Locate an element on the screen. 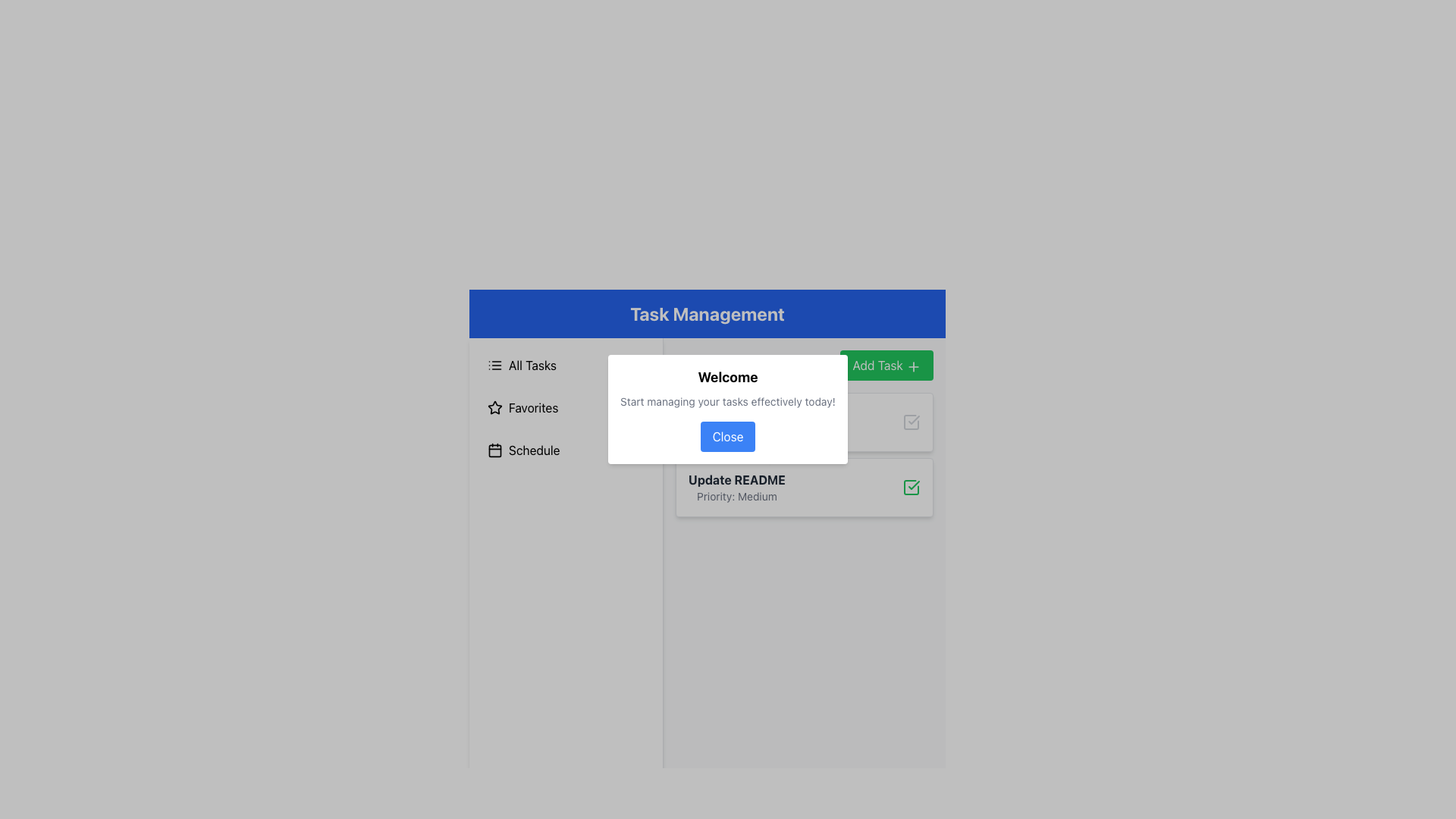 Image resolution: width=1456 pixels, height=819 pixels. the text label reading 'Priority: High', which is styled in small gray text and located below the bold text 'Develop Component' is located at coordinates (748, 431).